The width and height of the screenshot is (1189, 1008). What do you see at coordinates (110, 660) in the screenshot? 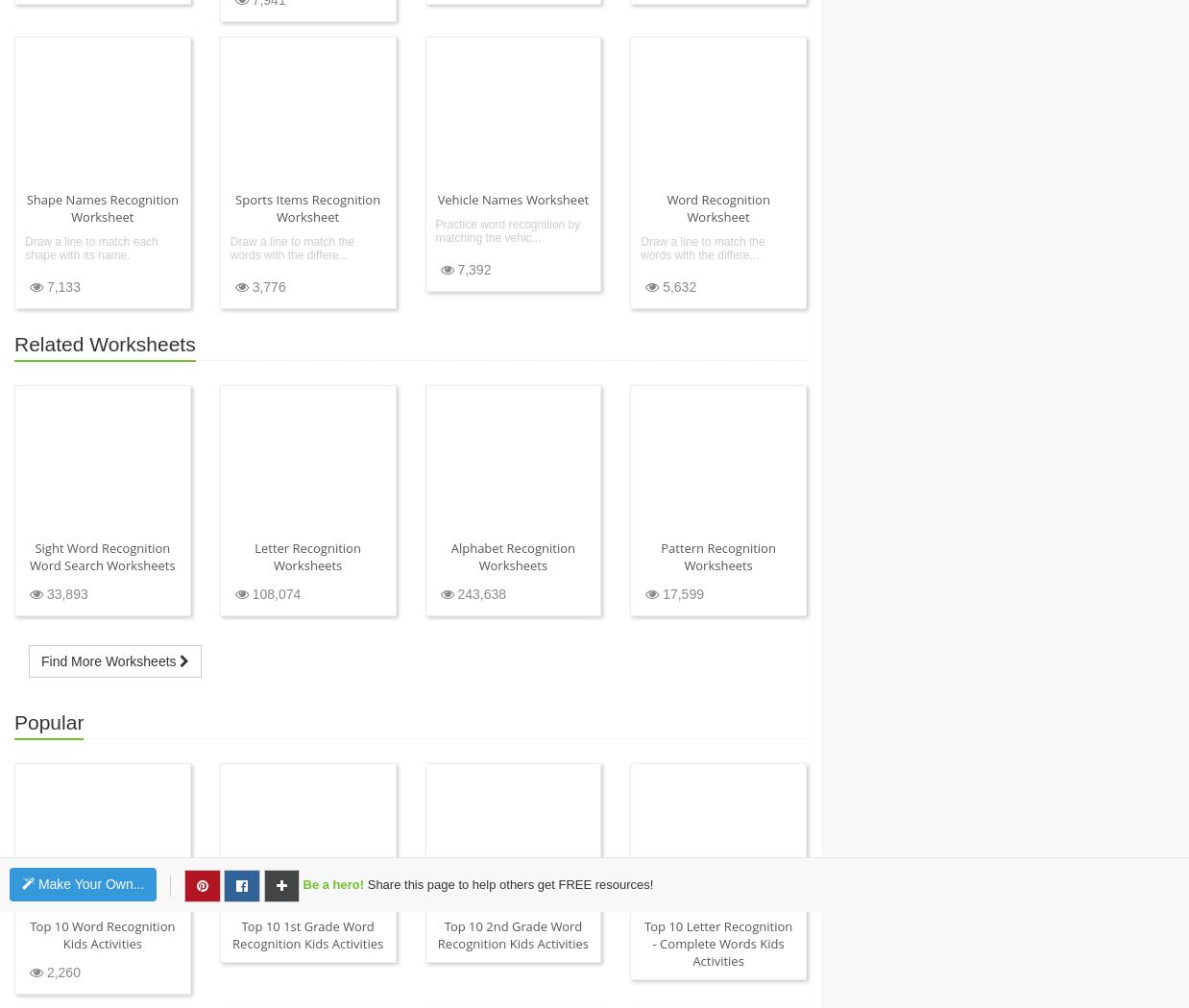
I see `'Find More Worksheets'` at bounding box center [110, 660].